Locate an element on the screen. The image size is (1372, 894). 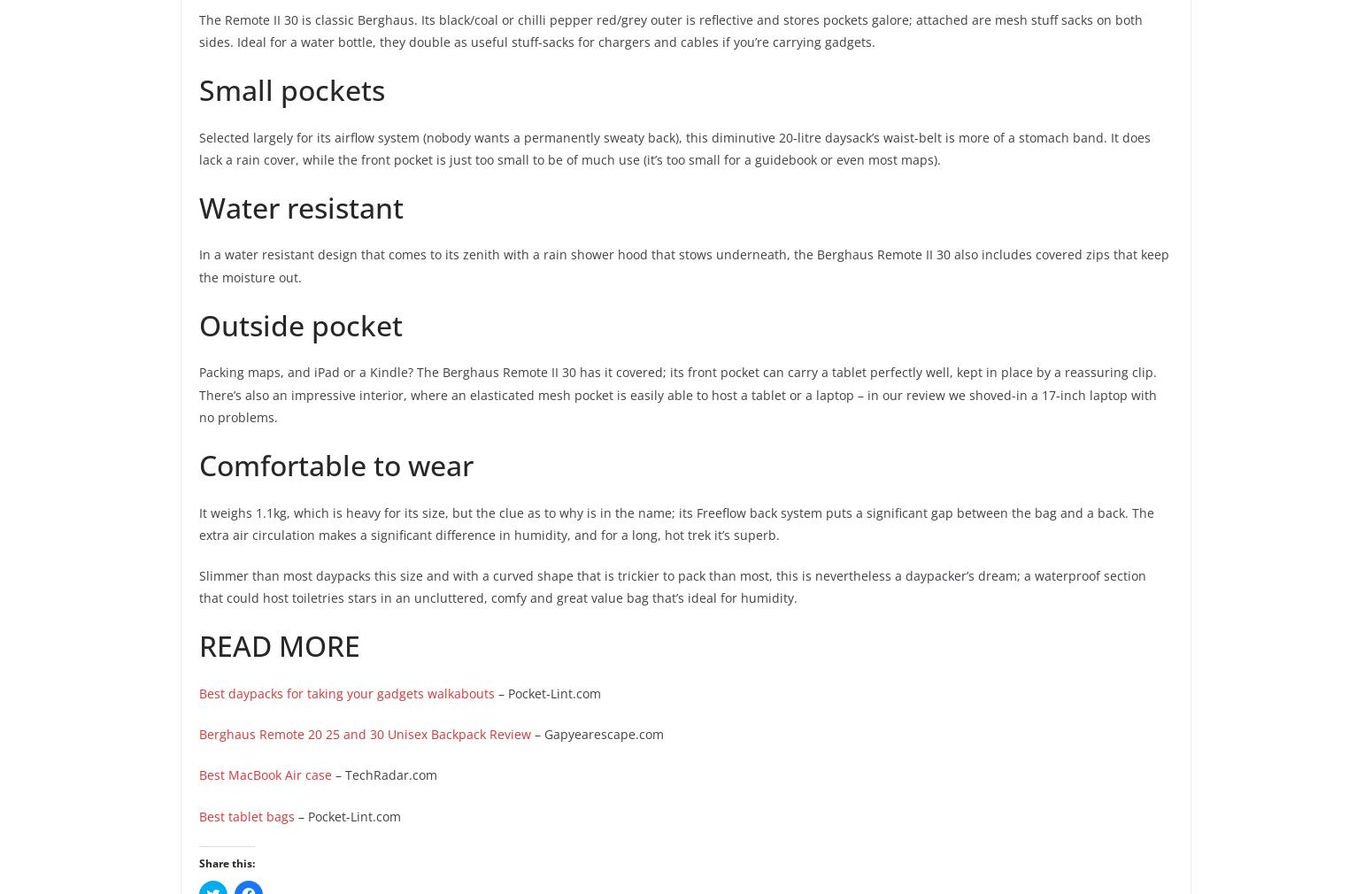
'The Remote II 30 is classic Berghaus. Its black/coal or chilli pepper red/grey outer is reflective and stores pockets galore; attached are mesh stuff sacks on both sides. Ideal for a water bottle, they double as useful stuff-sacks for chargers and cables if you’re carrying gadgets.' is located at coordinates (670, 29).